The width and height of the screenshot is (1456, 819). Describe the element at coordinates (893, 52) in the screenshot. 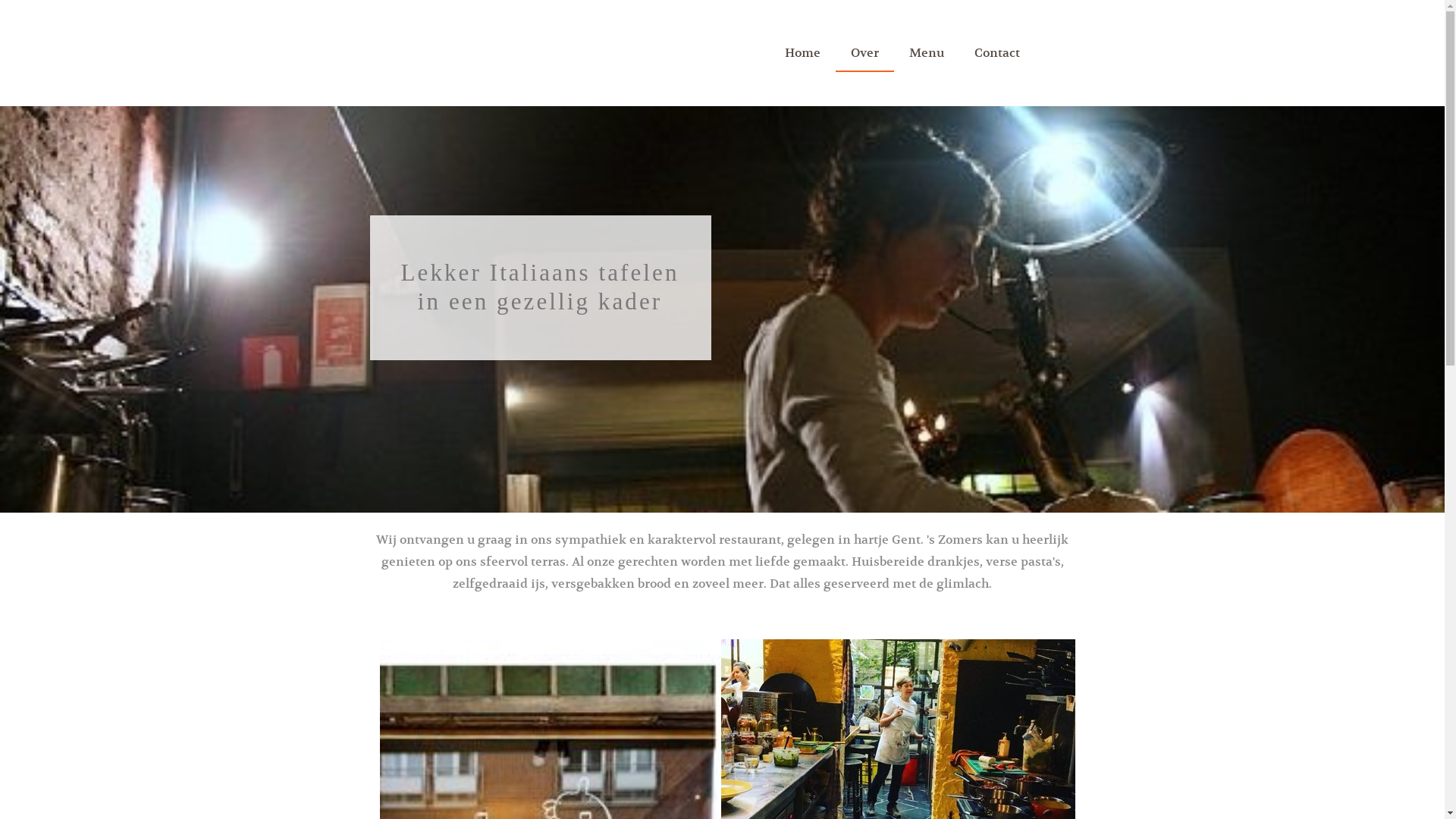

I see `'Menu'` at that location.